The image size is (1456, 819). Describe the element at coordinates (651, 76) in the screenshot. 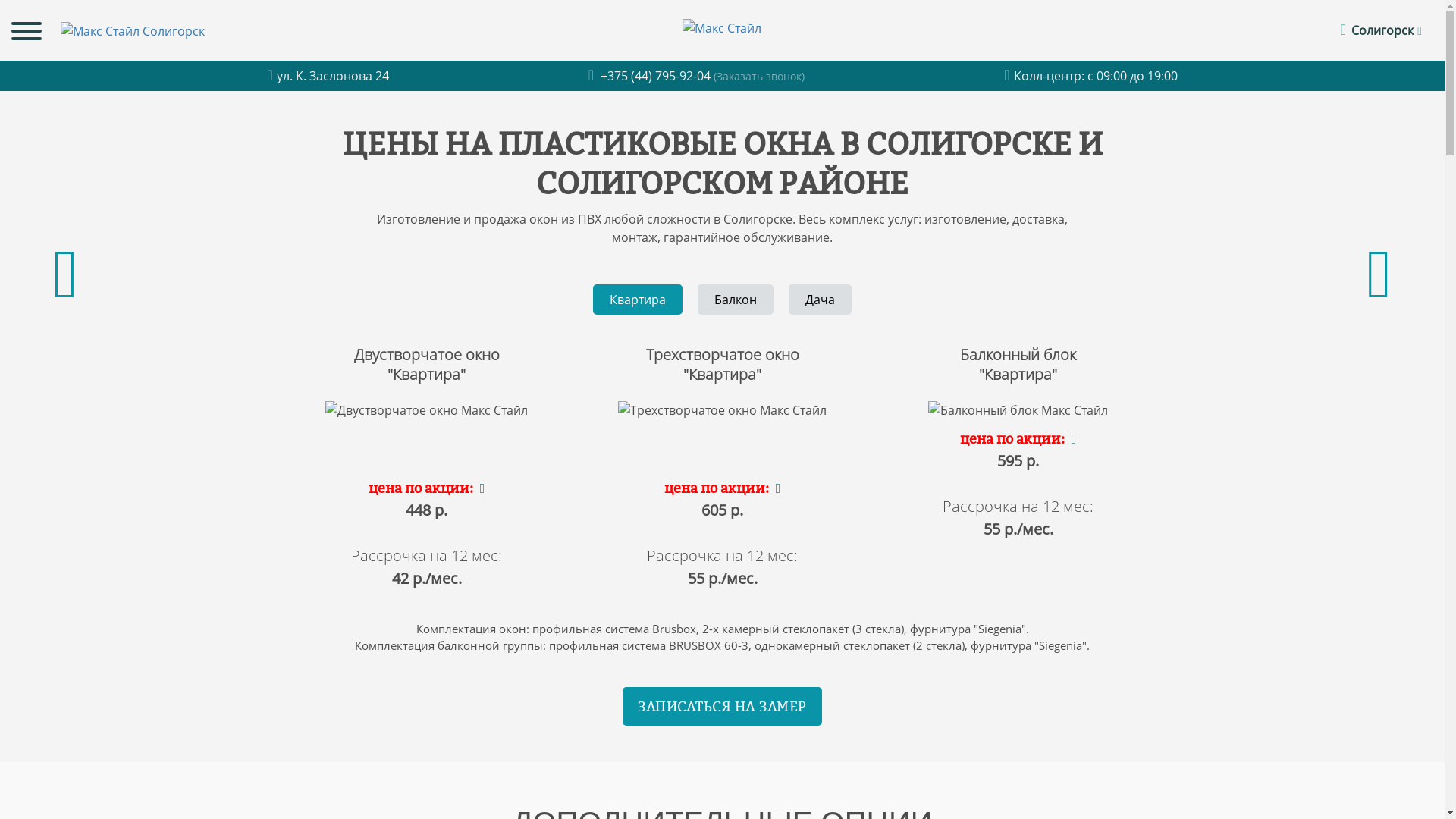

I see `'+375 (44) 795-92-04'` at that location.